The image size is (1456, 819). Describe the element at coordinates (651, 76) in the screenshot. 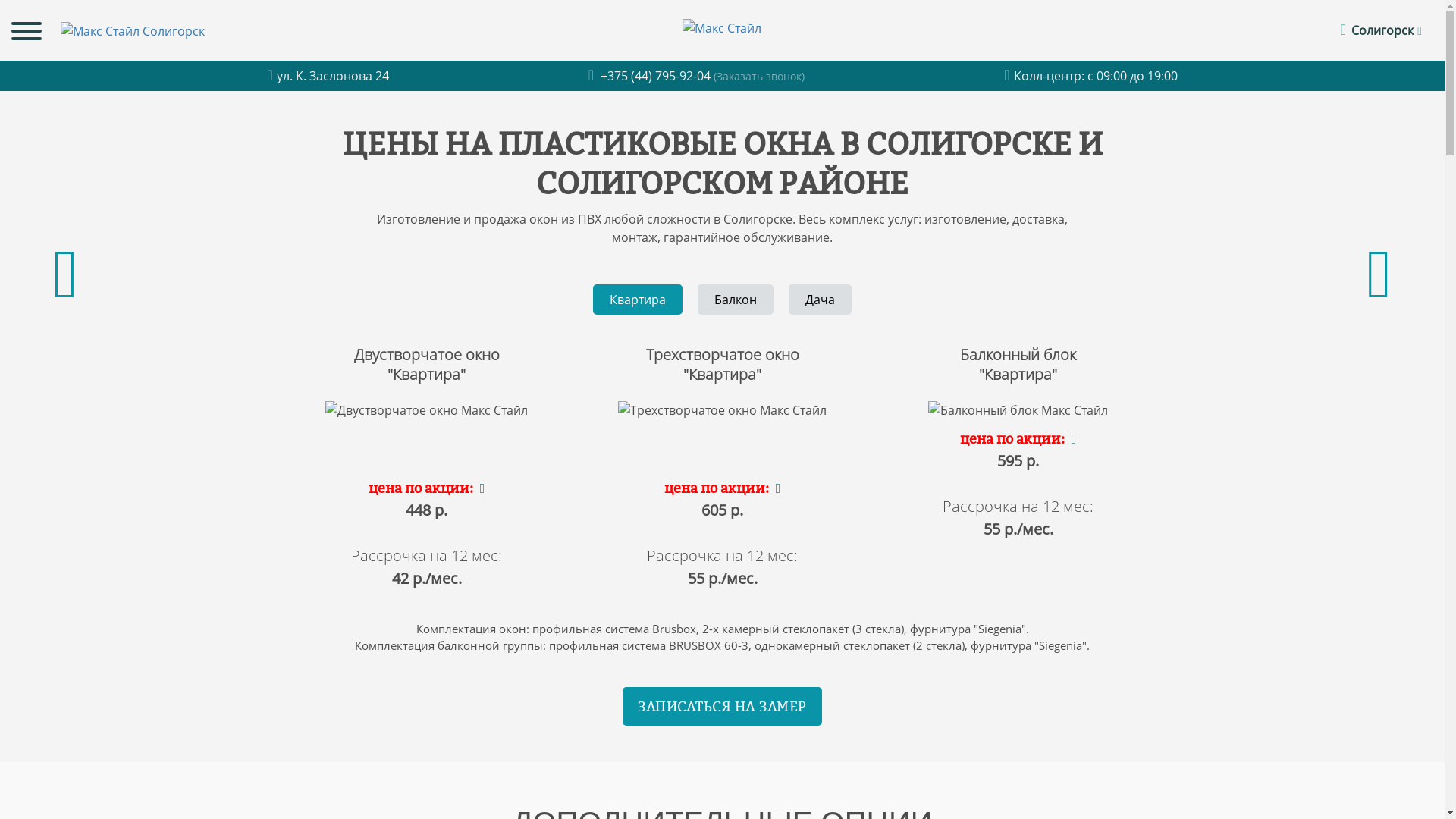

I see `'+375 (44) 795-92-04'` at that location.